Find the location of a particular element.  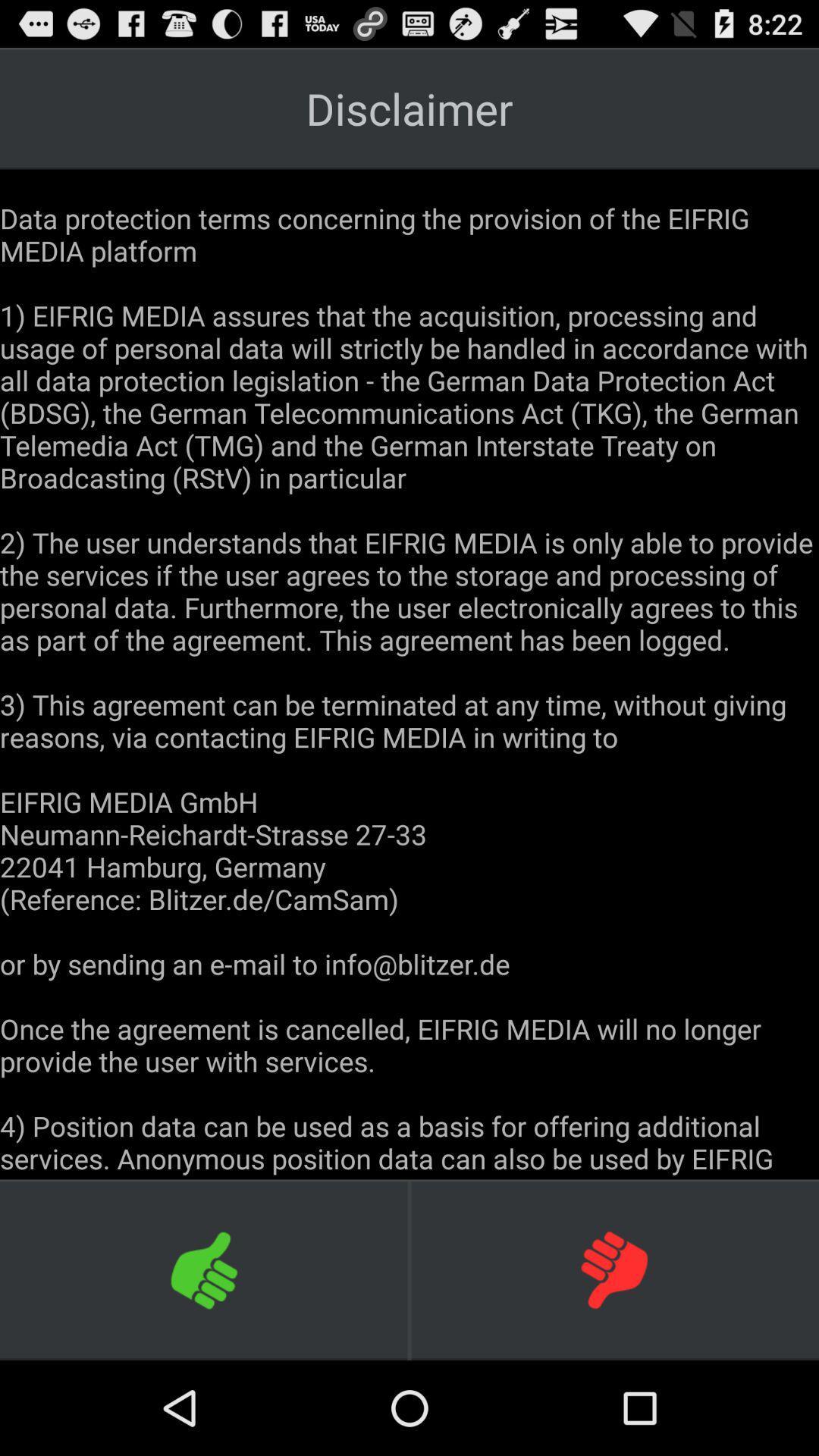

leave down vote is located at coordinates (614, 1269).